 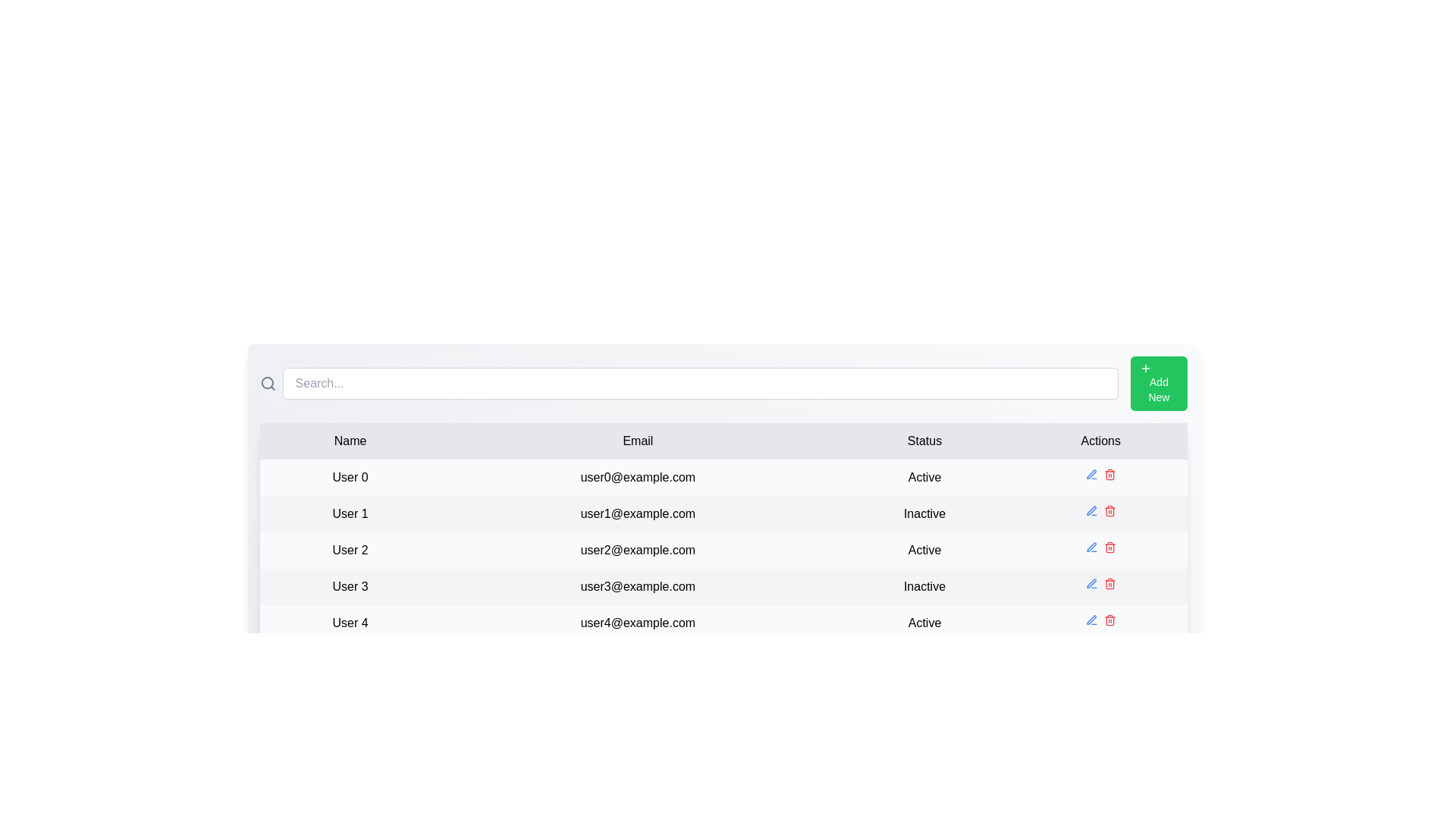 What do you see at coordinates (1090, 511) in the screenshot?
I see `the edit icon for the row corresponding to User 1` at bounding box center [1090, 511].